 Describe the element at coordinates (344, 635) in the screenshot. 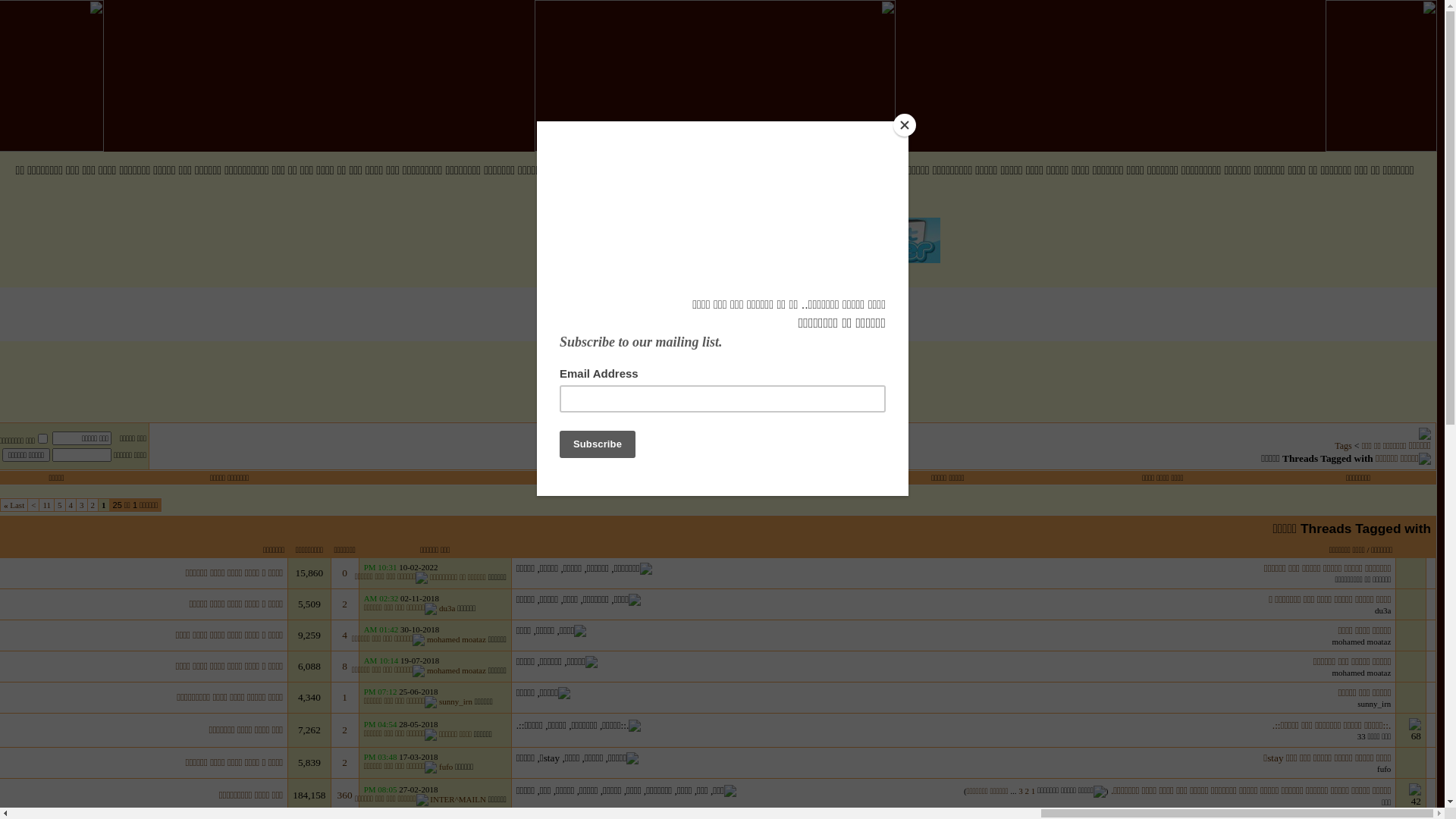

I see `'4'` at that location.